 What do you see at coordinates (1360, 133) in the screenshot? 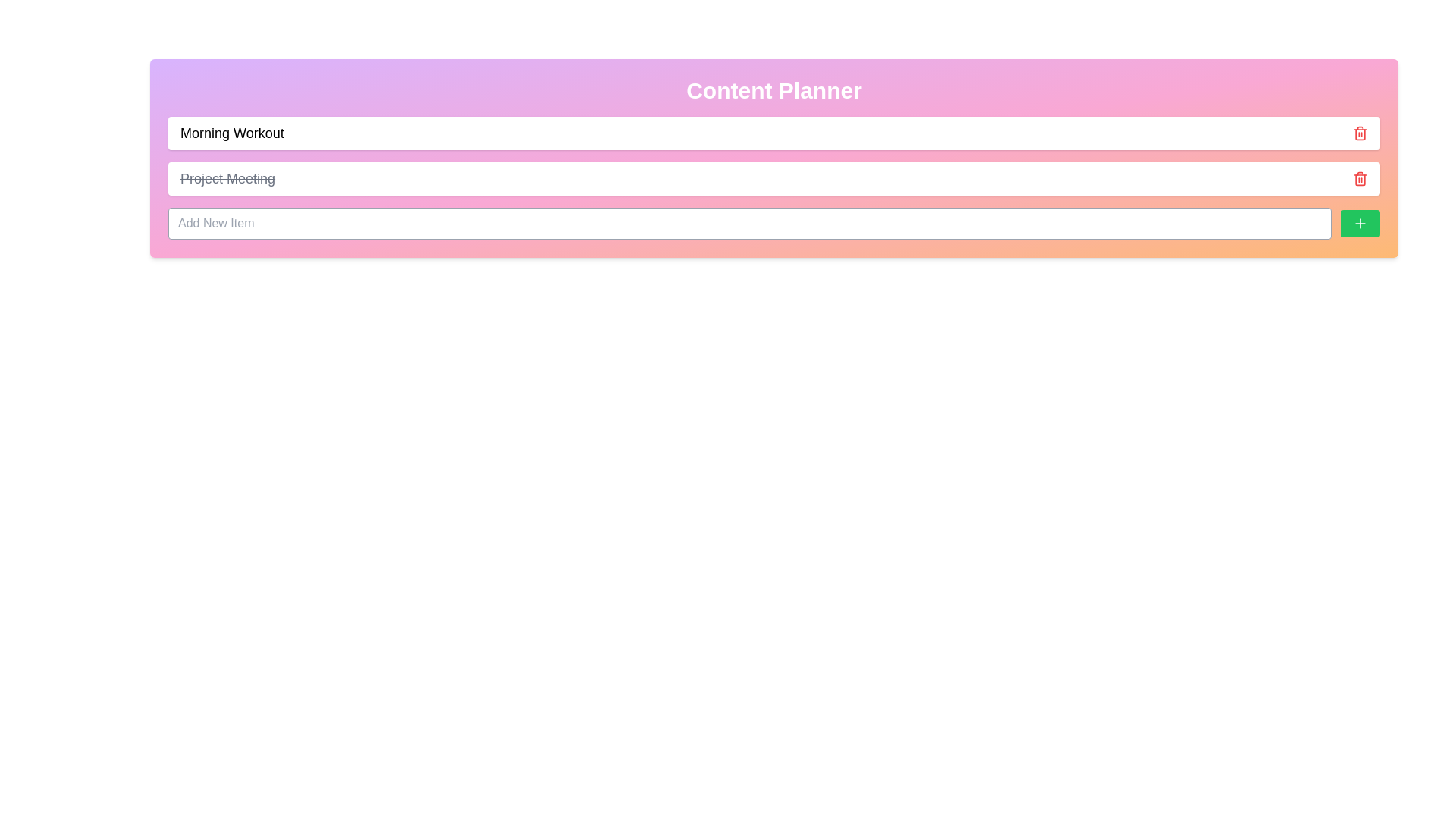
I see `the small red trash can icon button located at the far right end of the 'Morning Workout' segment` at bounding box center [1360, 133].